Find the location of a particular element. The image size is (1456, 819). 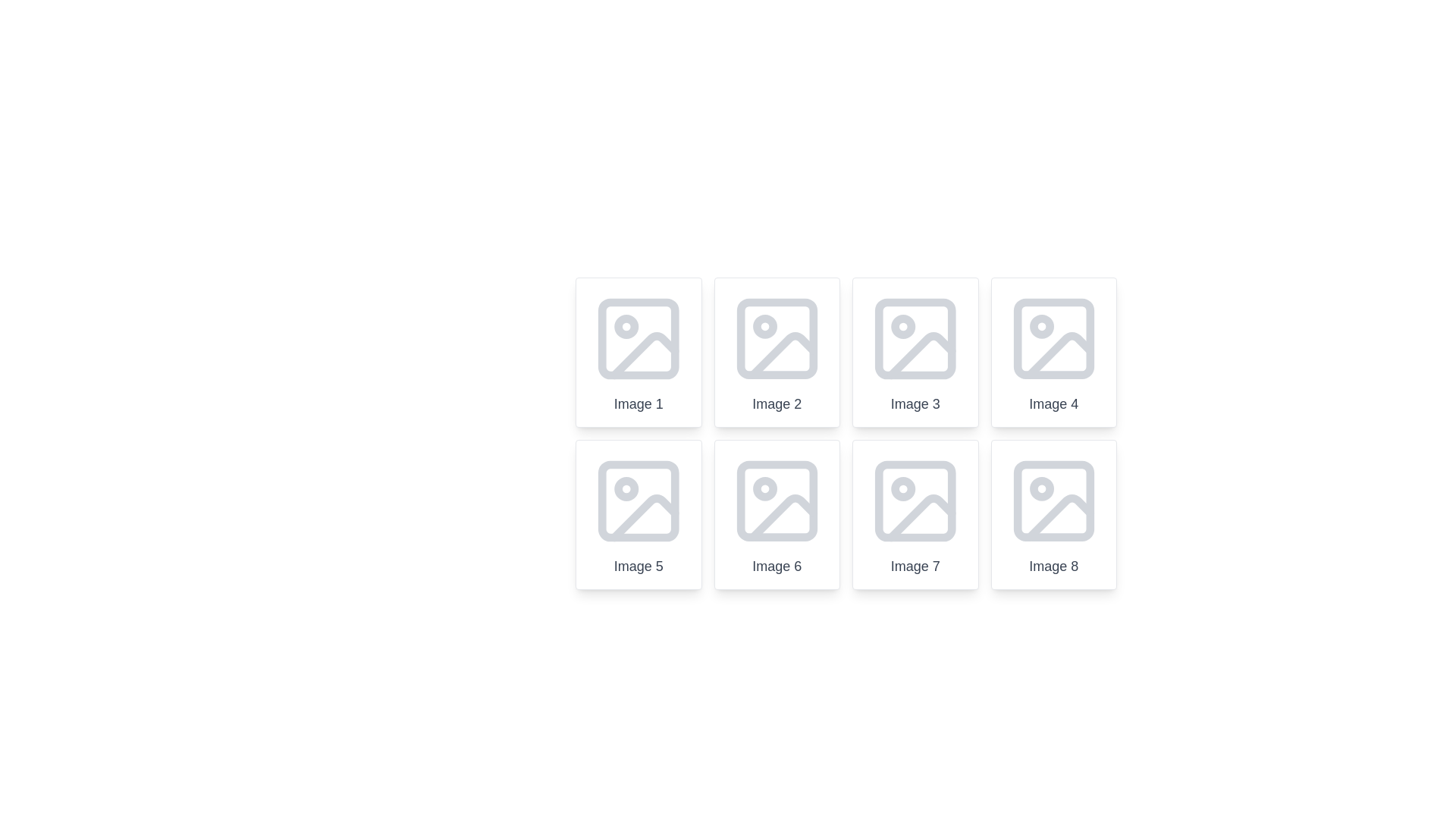

the SVG Icon representing 'Image 6' is located at coordinates (777, 500).